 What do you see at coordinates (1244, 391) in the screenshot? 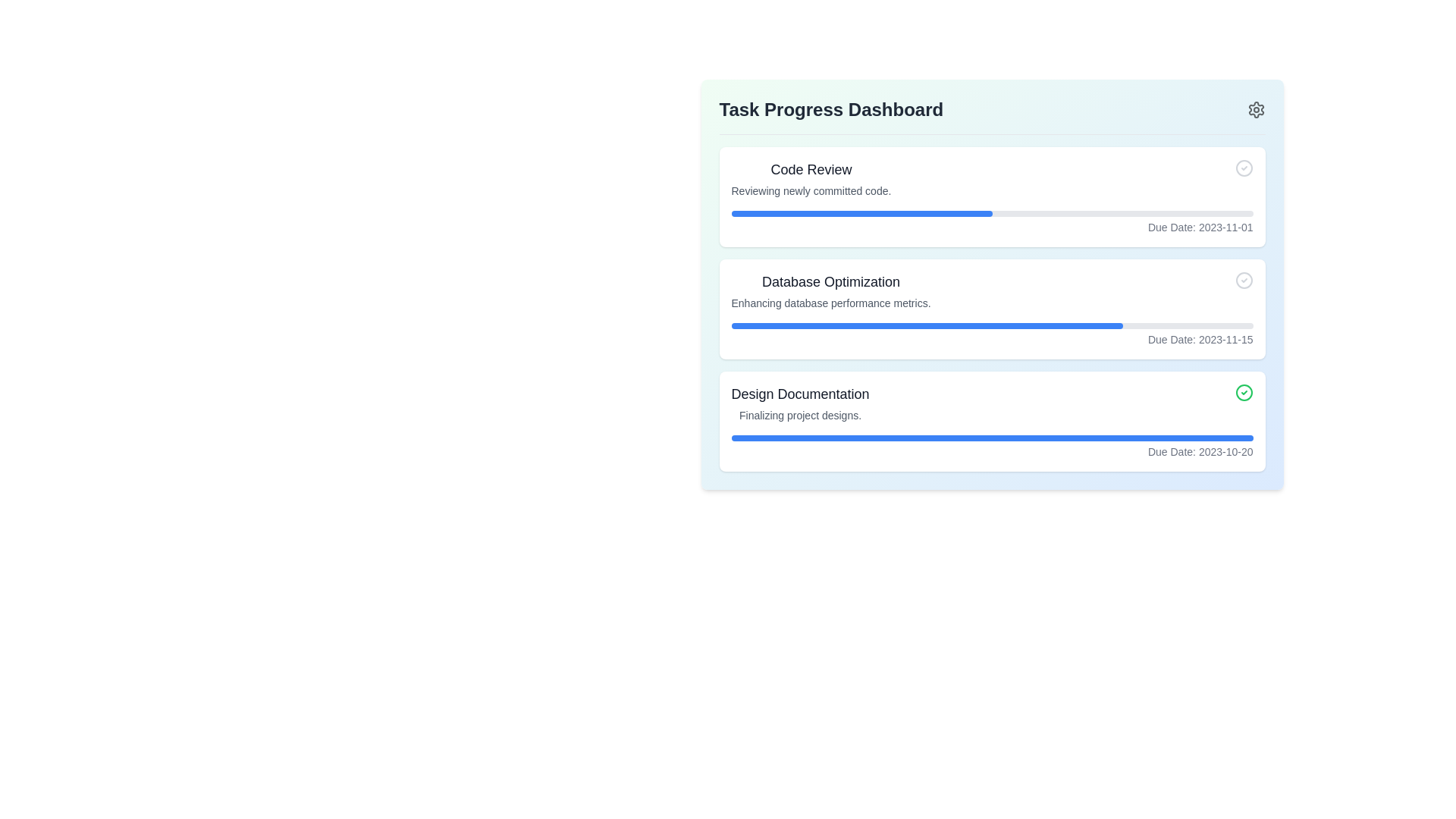
I see `the verification icon located at the far right of the 'Design Documentation' row` at bounding box center [1244, 391].